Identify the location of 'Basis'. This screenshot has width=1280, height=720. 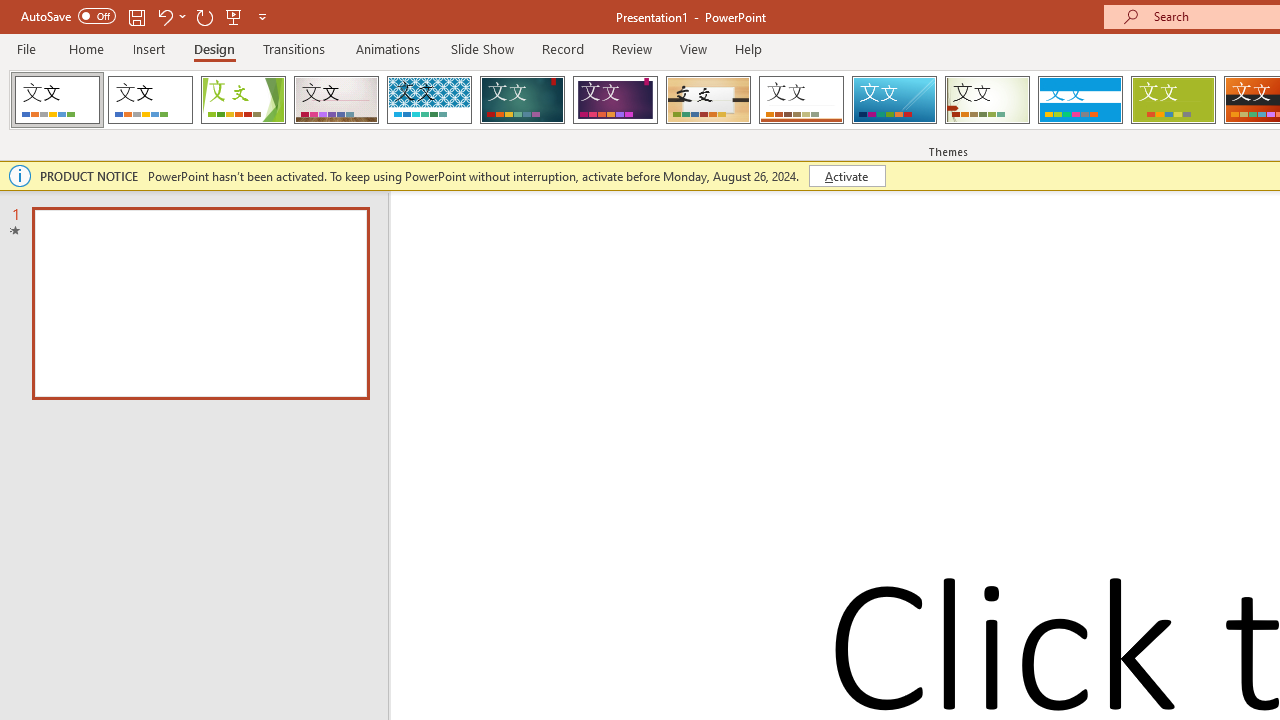
(1173, 100).